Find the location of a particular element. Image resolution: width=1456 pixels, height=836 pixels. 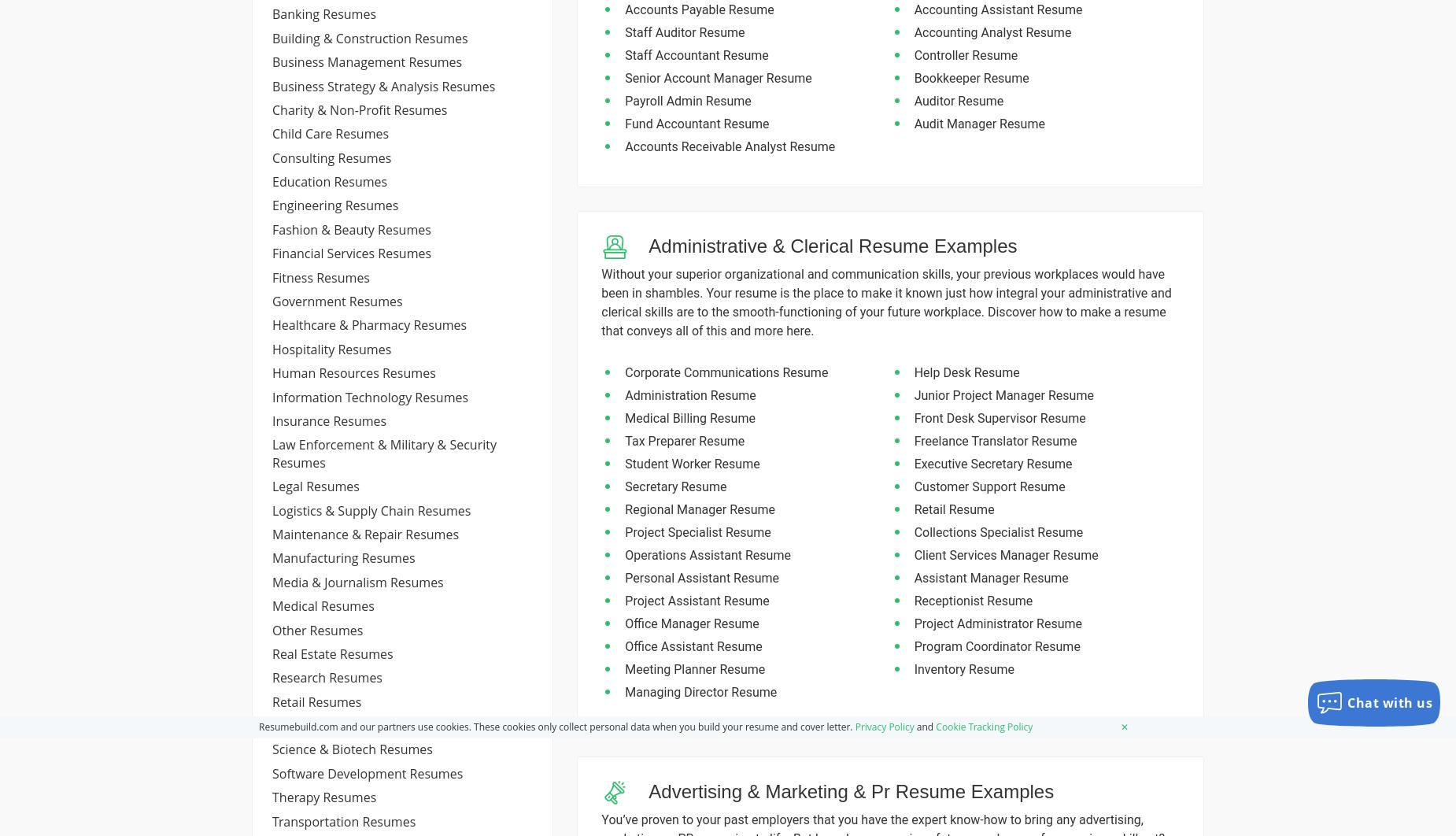

'transportation resumes' is located at coordinates (342, 819).